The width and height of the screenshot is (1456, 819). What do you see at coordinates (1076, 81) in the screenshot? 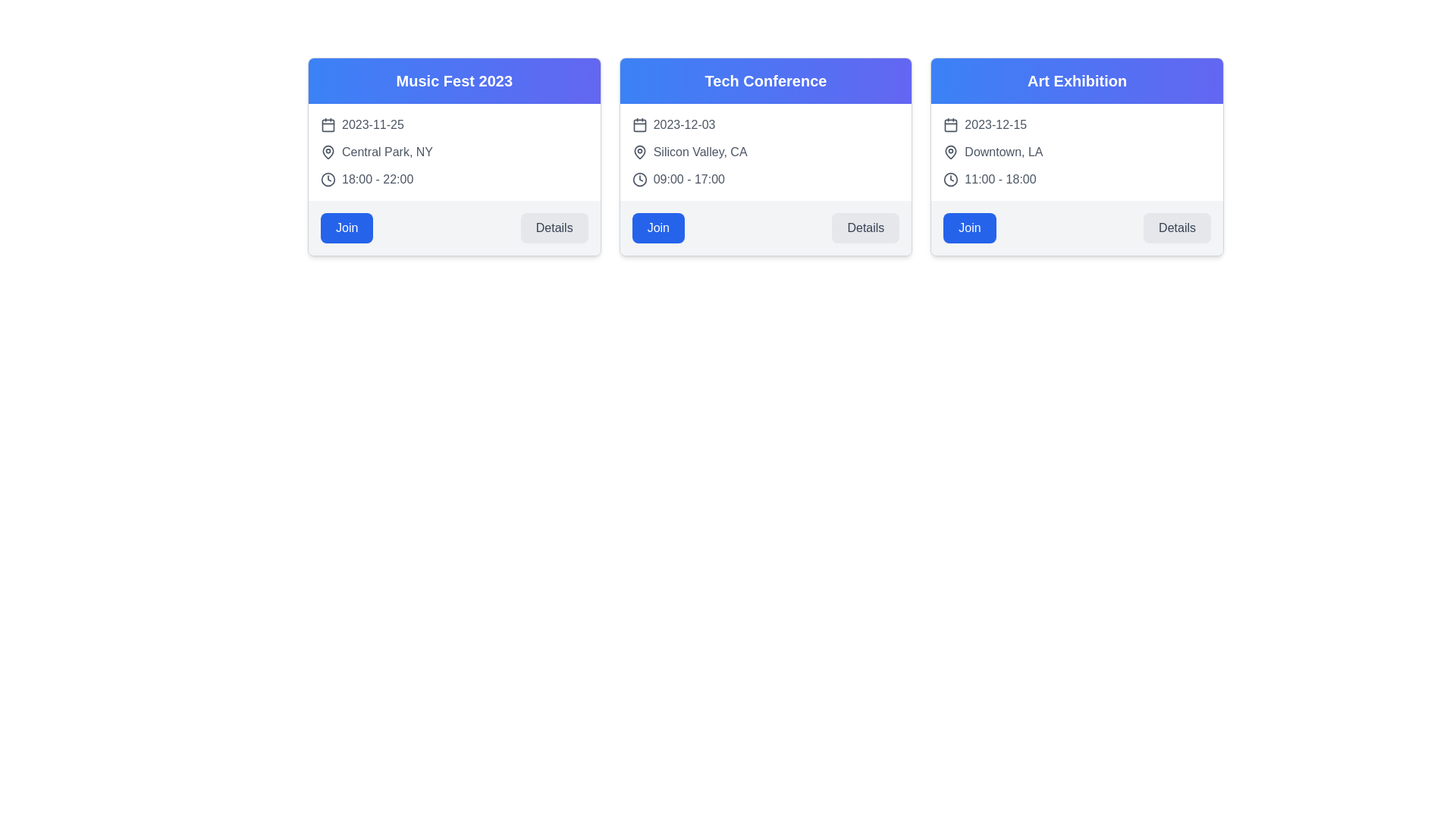
I see `the Header Text Display element that contains the text 'Art Exhibition' in bold white font, located at the top of the last card in a horizontal list of three cards` at bounding box center [1076, 81].